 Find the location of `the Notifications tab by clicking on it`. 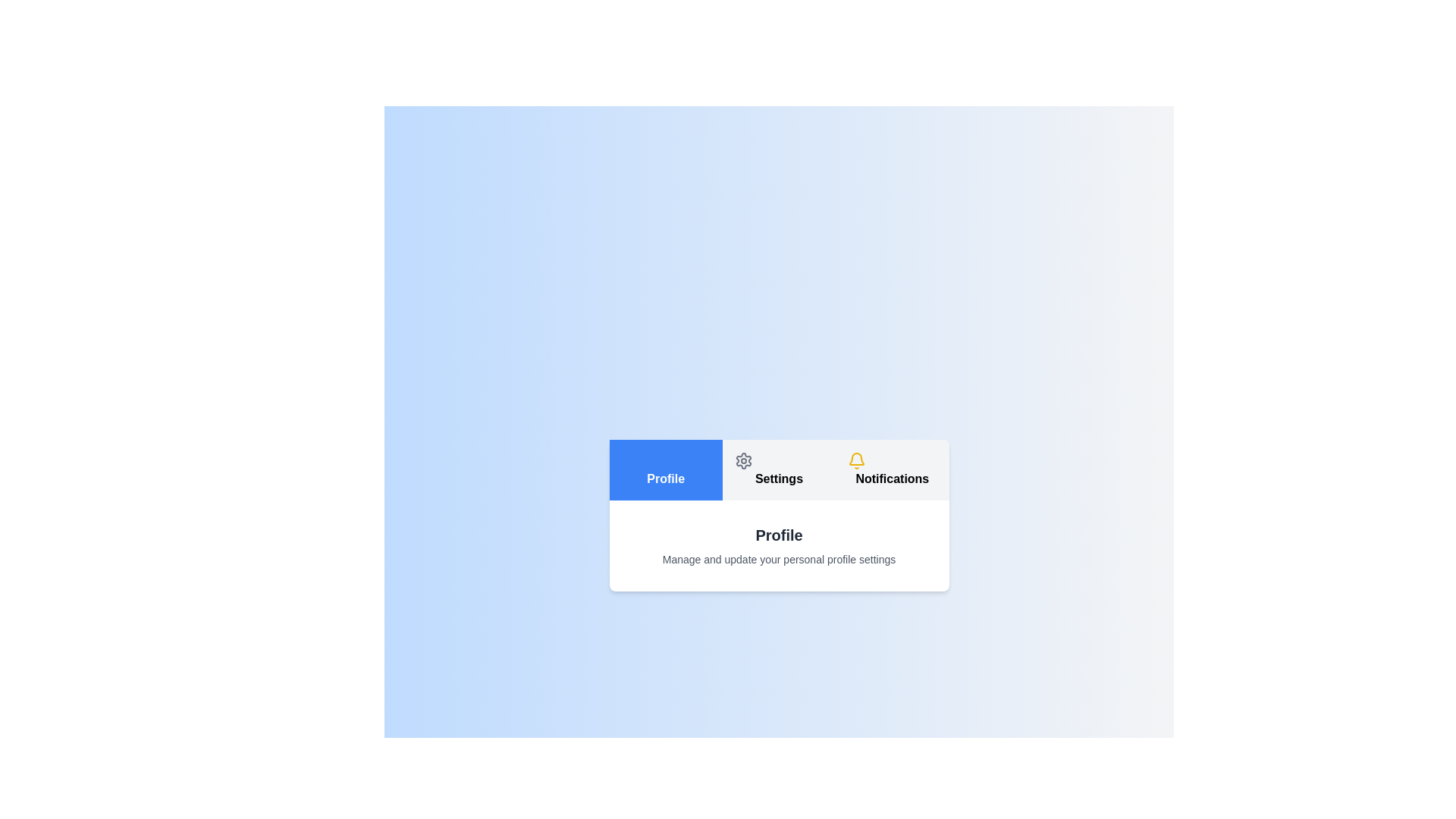

the Notifications tab by clicking on it is located at coordinates (892, 469).